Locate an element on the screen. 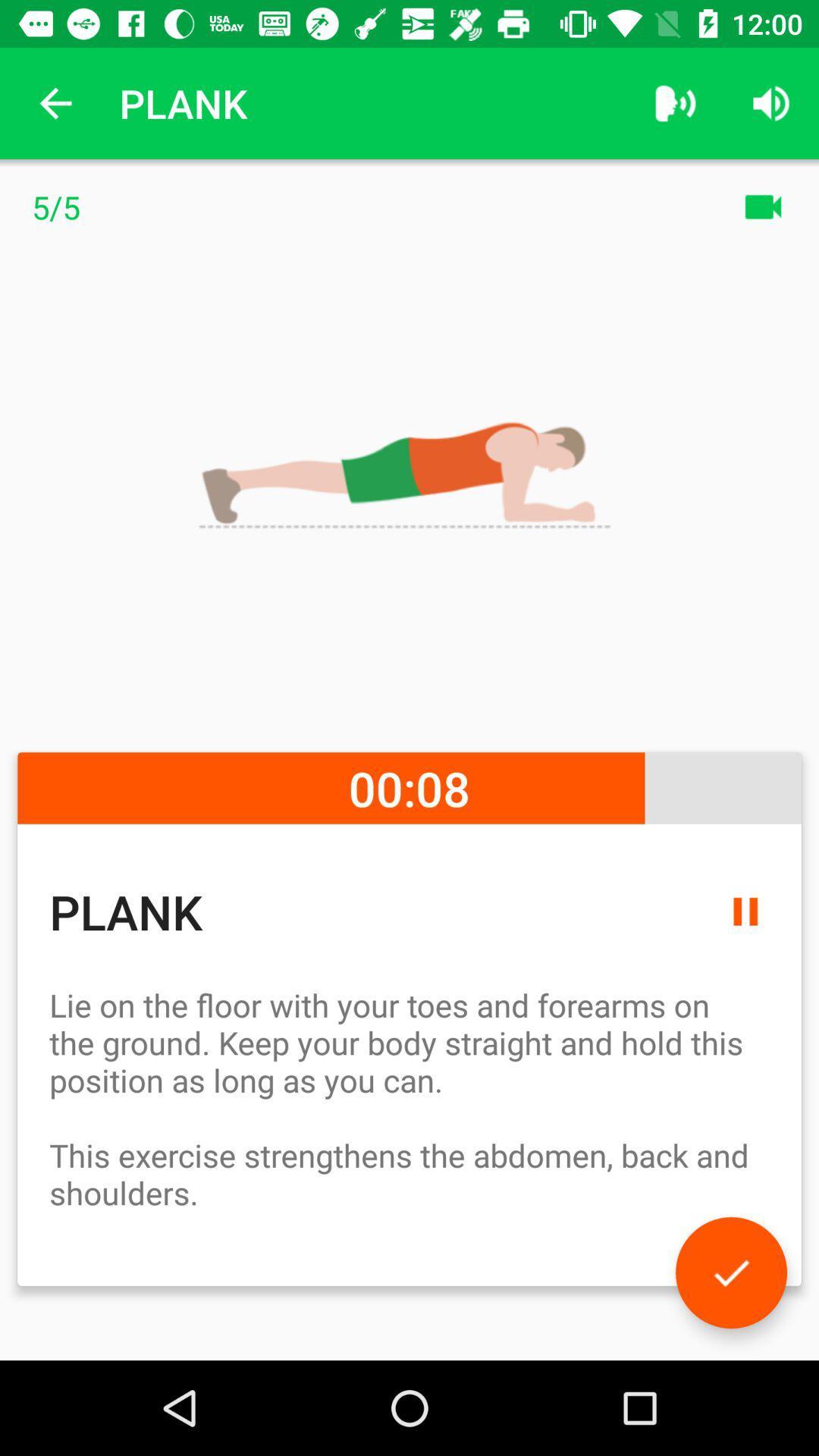 The image size is (819, 1456). pause button which is next to plank is located at coordinates (745, 911).